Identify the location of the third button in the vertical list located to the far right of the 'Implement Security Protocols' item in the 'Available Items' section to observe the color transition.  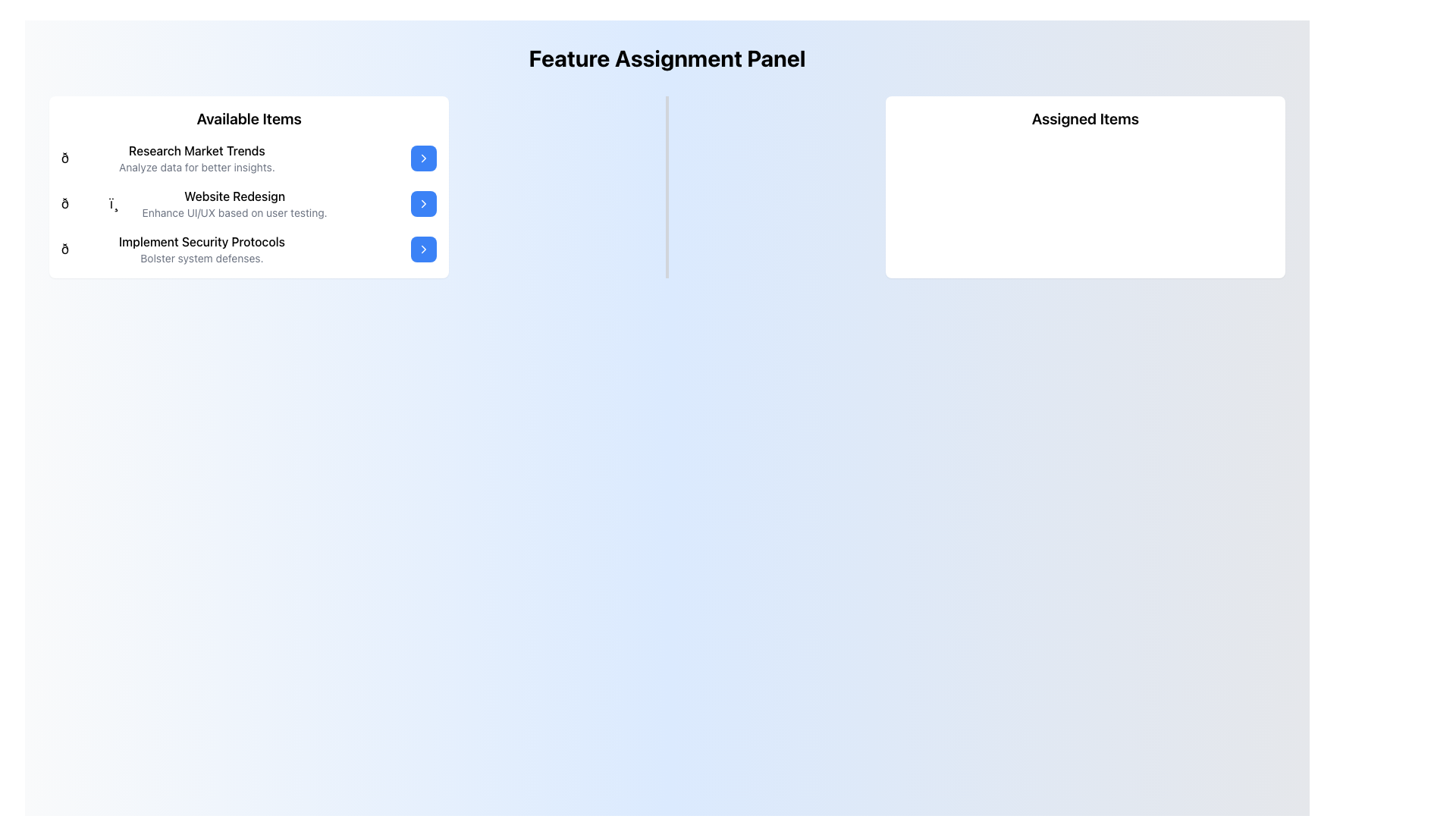
(424, 248).